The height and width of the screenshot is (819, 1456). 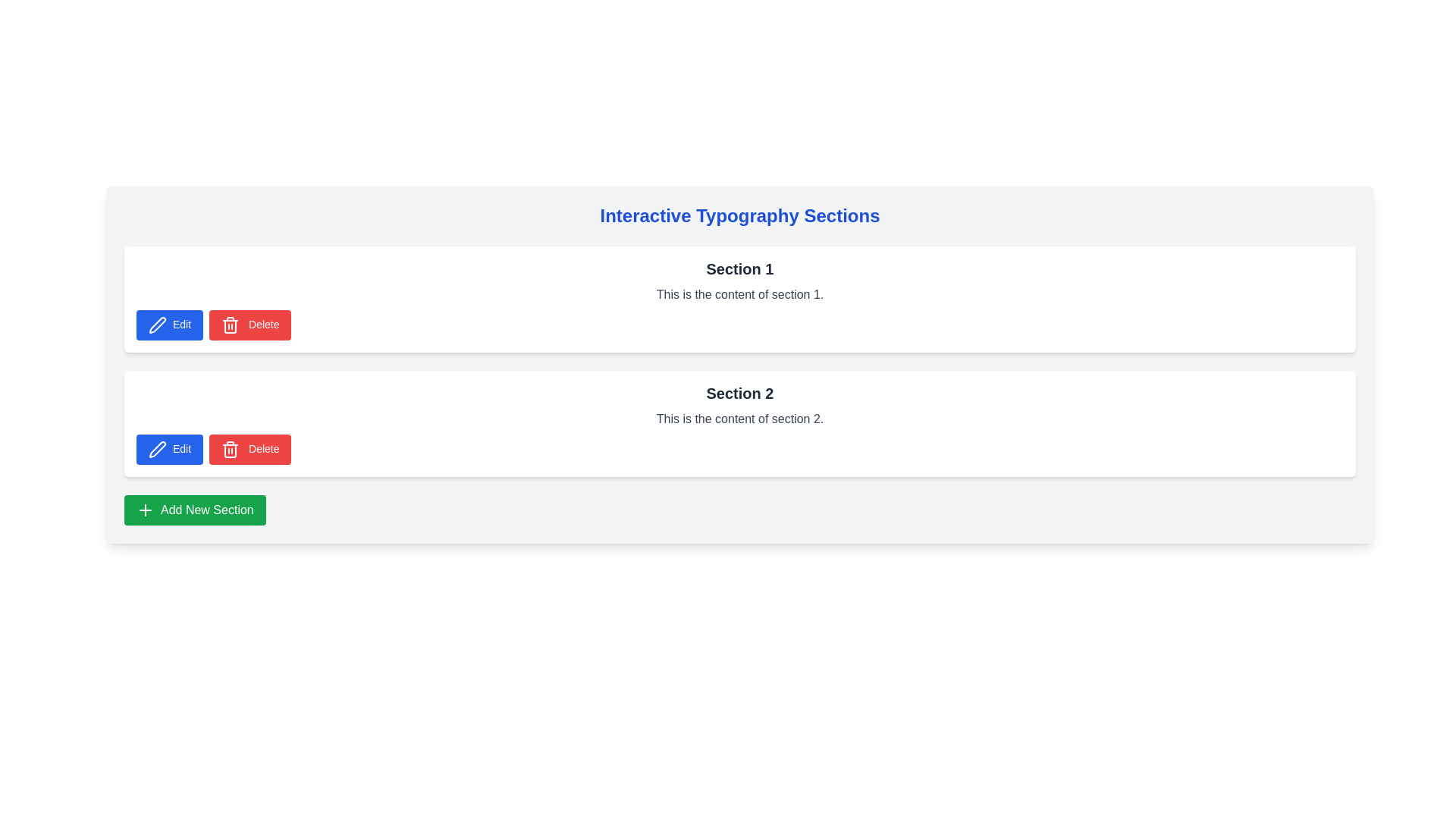 I want to click on the green button labeled 'Add New Section' located at the bottom of the central content panel, so click(x=194, y=510).